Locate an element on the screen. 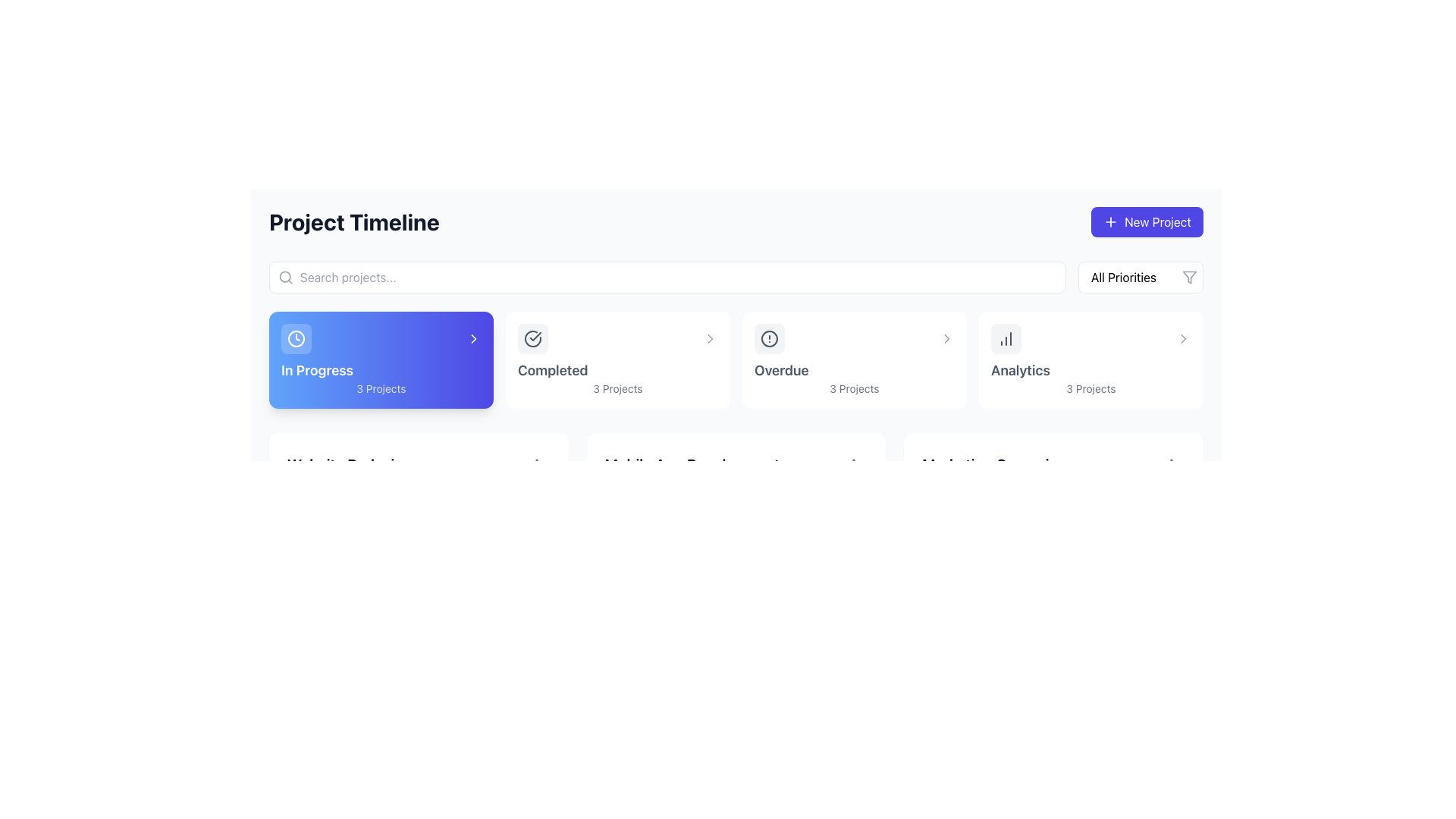 This screenshot has width=1456, height=819. the small plus sign icon with a blue background, part of the 'New Project' button located at the upper-right corner of the interface is located at coordinates (1110, 222).